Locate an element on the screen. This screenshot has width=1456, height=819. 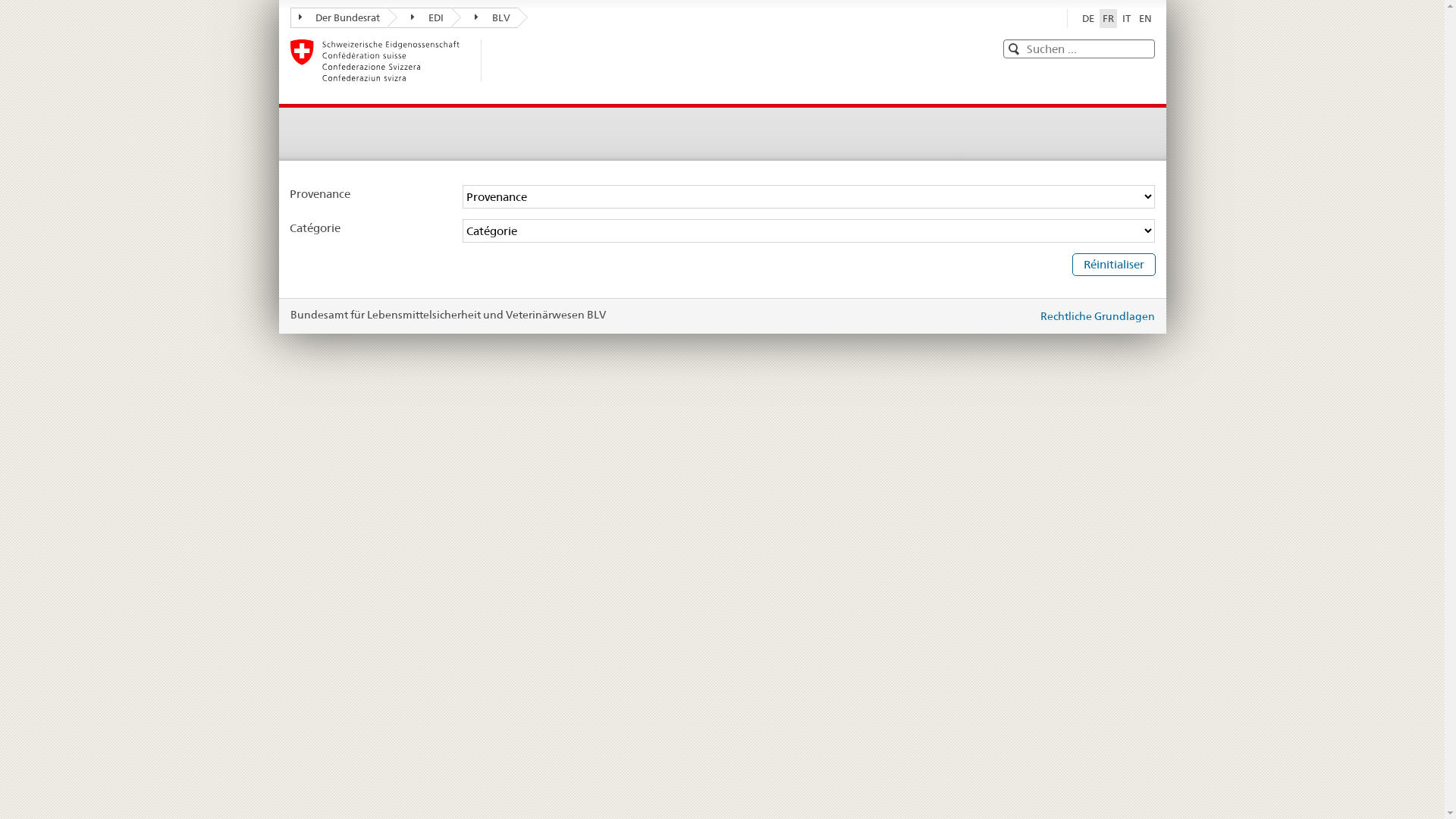
'IT' is located at coordinates (1126, 18).